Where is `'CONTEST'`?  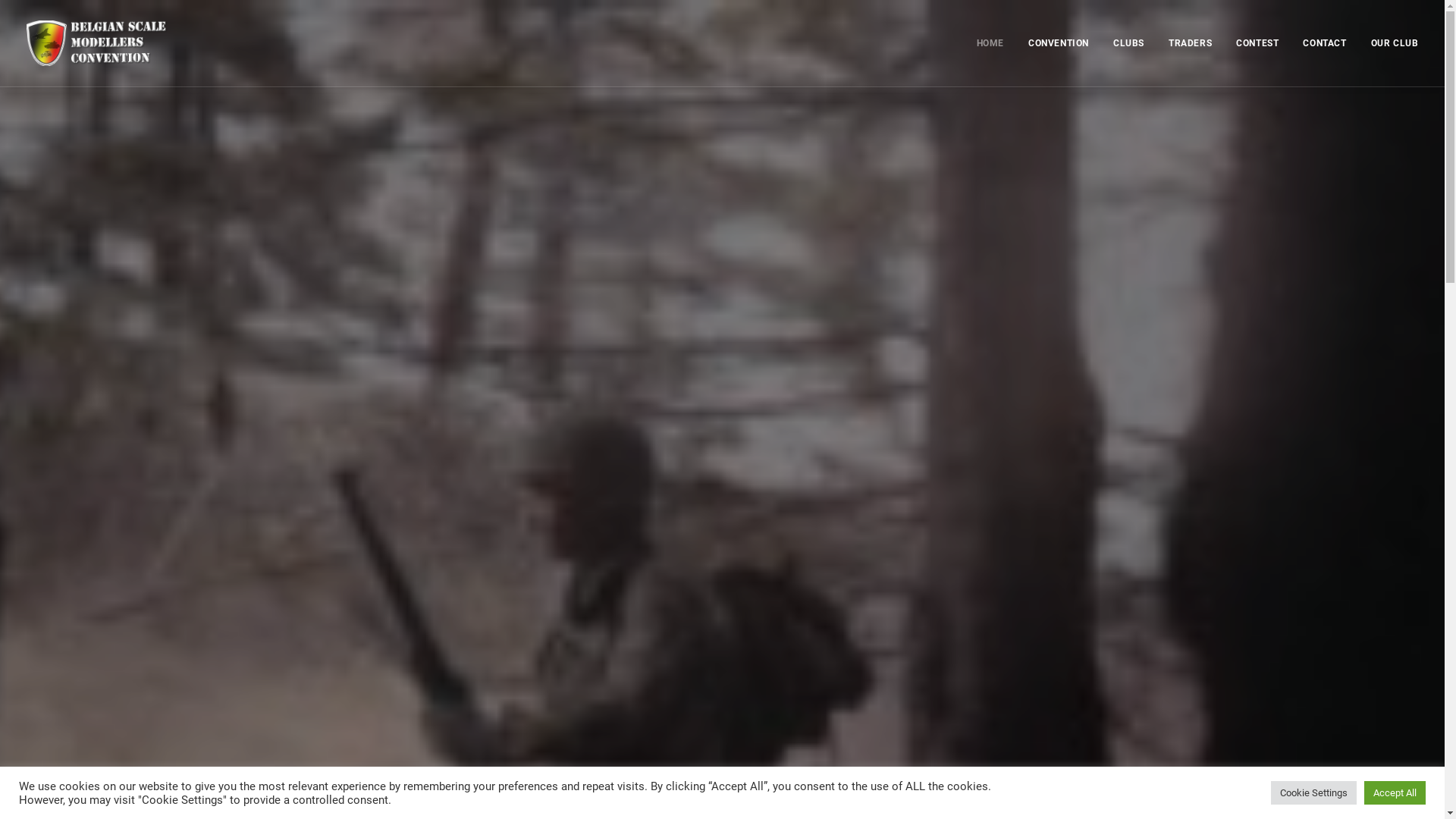
'CONTEST' is located at coordinates (1257, 42).